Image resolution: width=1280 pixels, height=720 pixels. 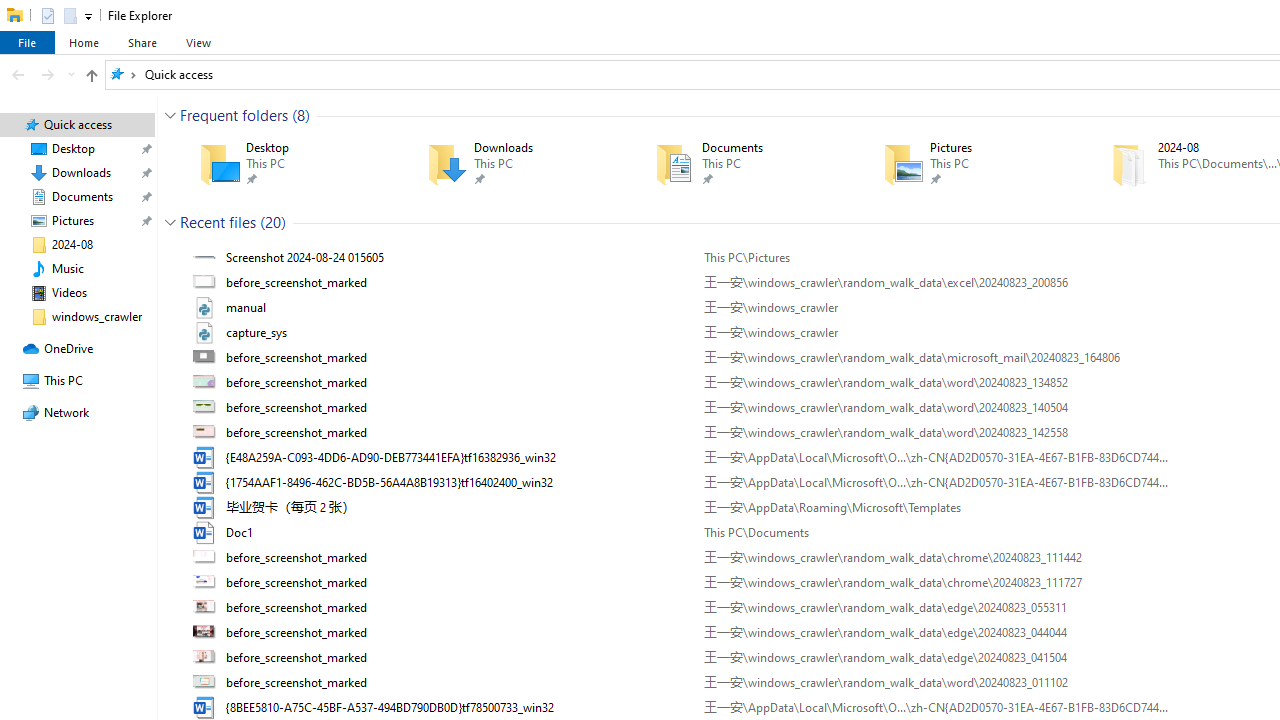 I want to click on 'Back (Alt + Left Arrow)', so click(x=17, y=73).